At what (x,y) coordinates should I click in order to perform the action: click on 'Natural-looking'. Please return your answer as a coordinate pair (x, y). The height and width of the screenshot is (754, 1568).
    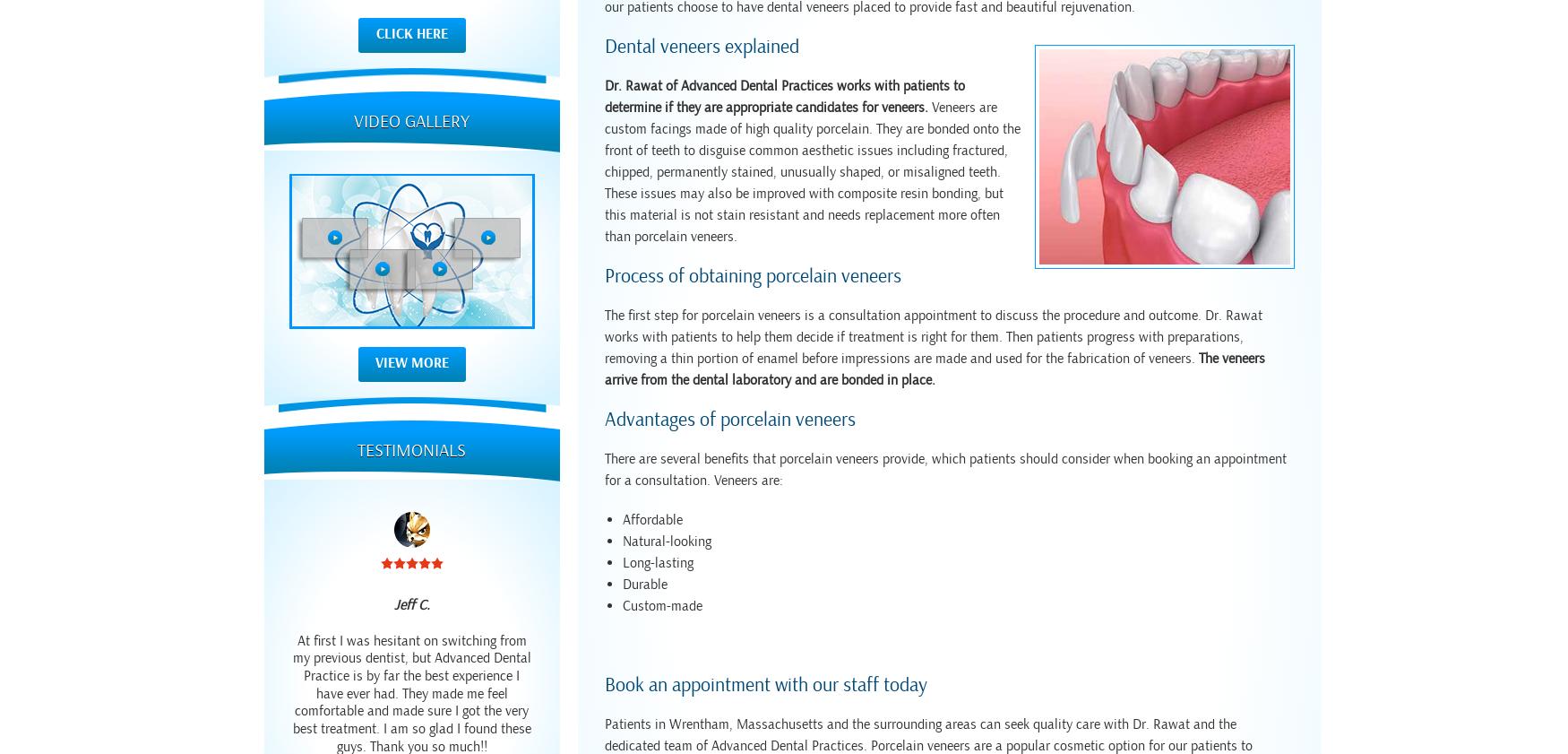
    Looking at the image, I should click on (667, 542).